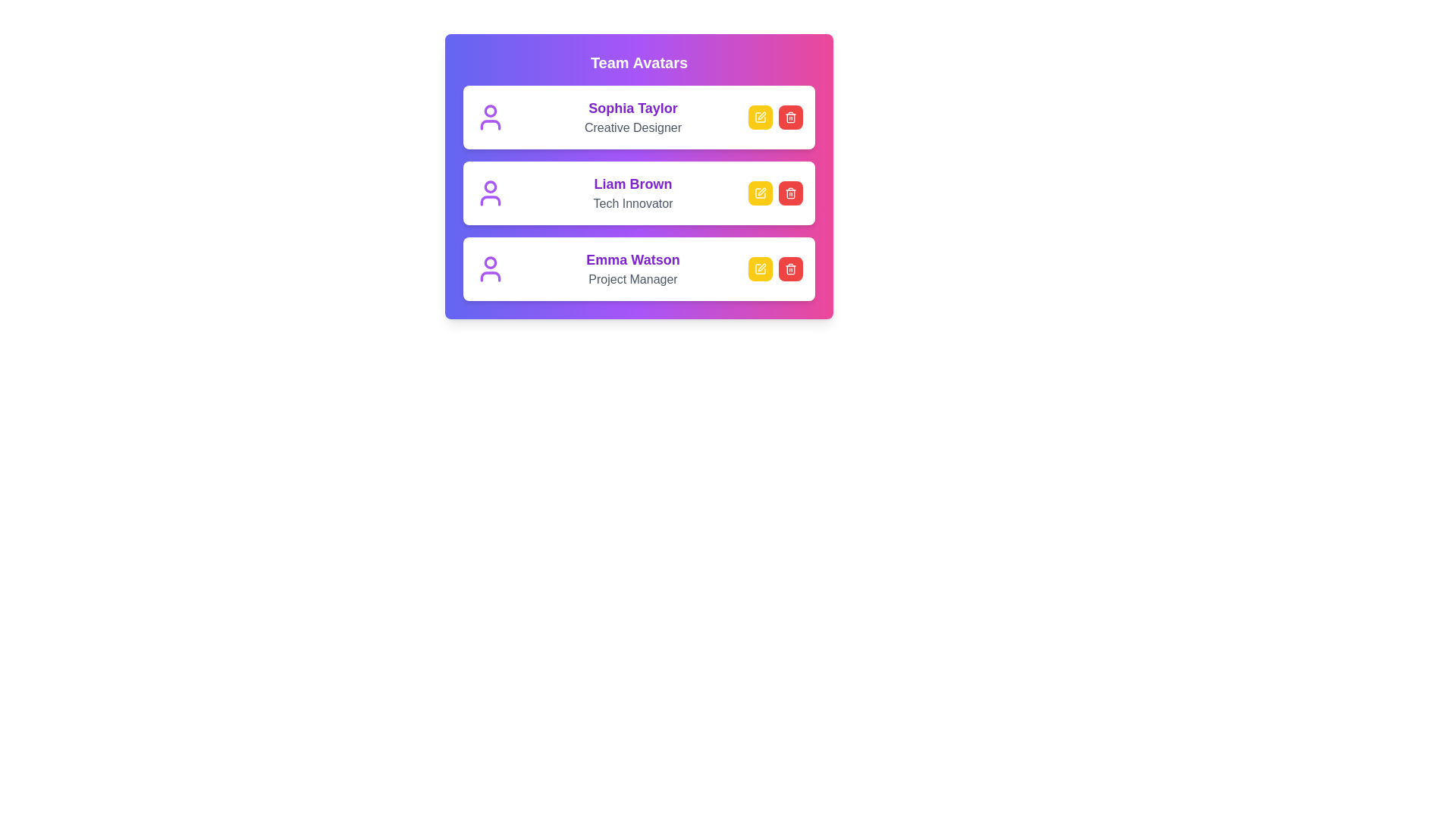 The height and width of the screenshot is (819, 1456). I want to click on the user avatar icon for 'Liam Brown' located in the second row of the 'Team Avatars' list, so click(491, 200).